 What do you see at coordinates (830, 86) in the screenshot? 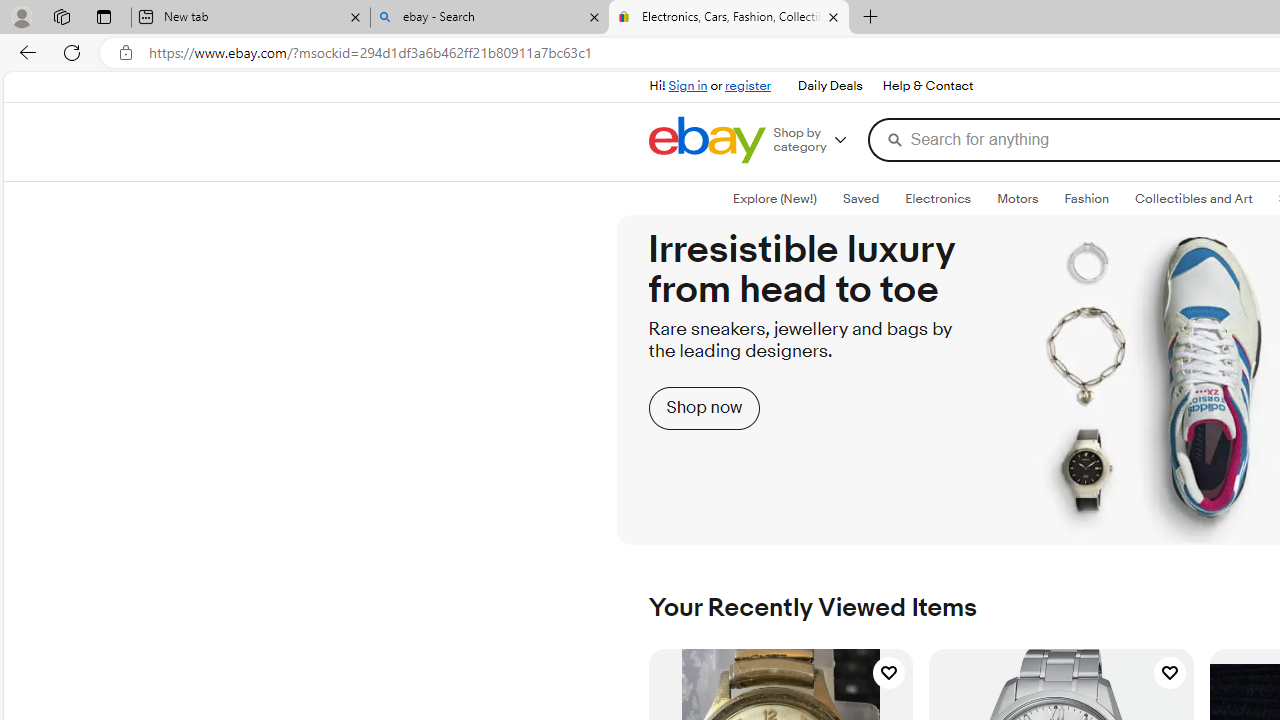
I see `'Daily Deals'` at bounding box center [830, 86].